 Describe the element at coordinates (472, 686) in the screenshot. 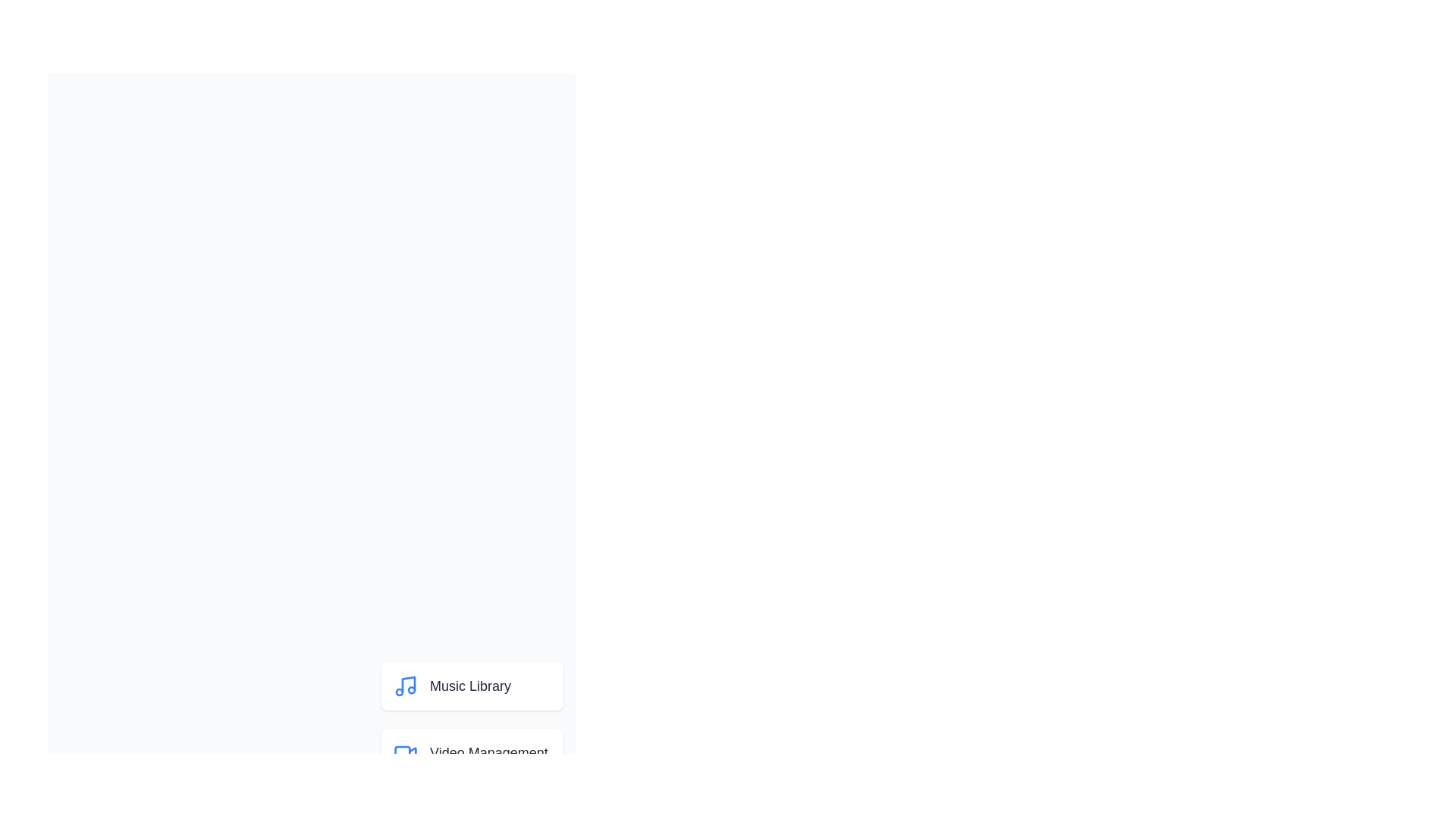

I see `the menu item corresponding to Music Library` at that location.